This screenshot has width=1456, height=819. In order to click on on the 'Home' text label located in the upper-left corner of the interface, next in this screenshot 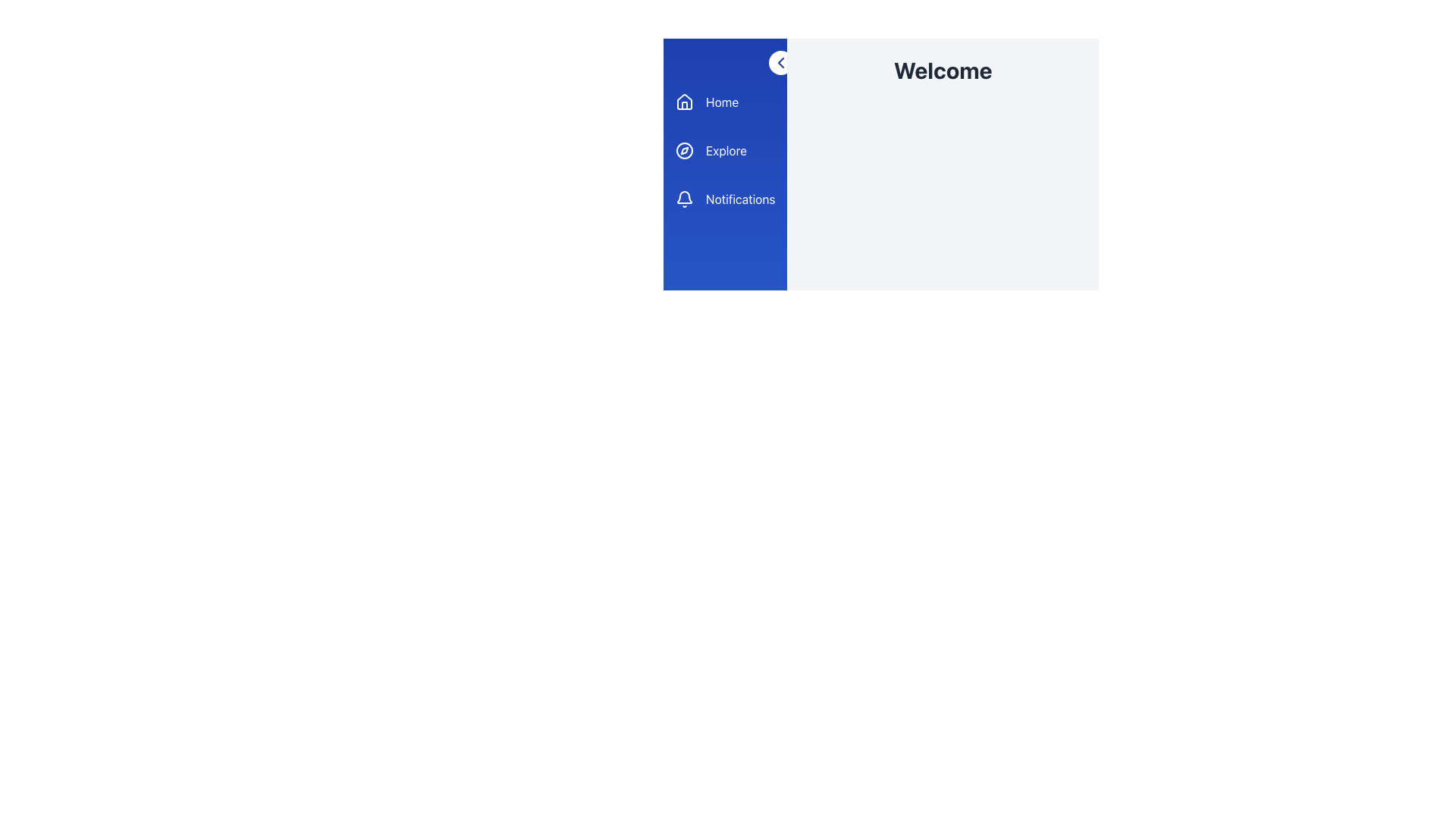, I will do `click(721, 102)`.